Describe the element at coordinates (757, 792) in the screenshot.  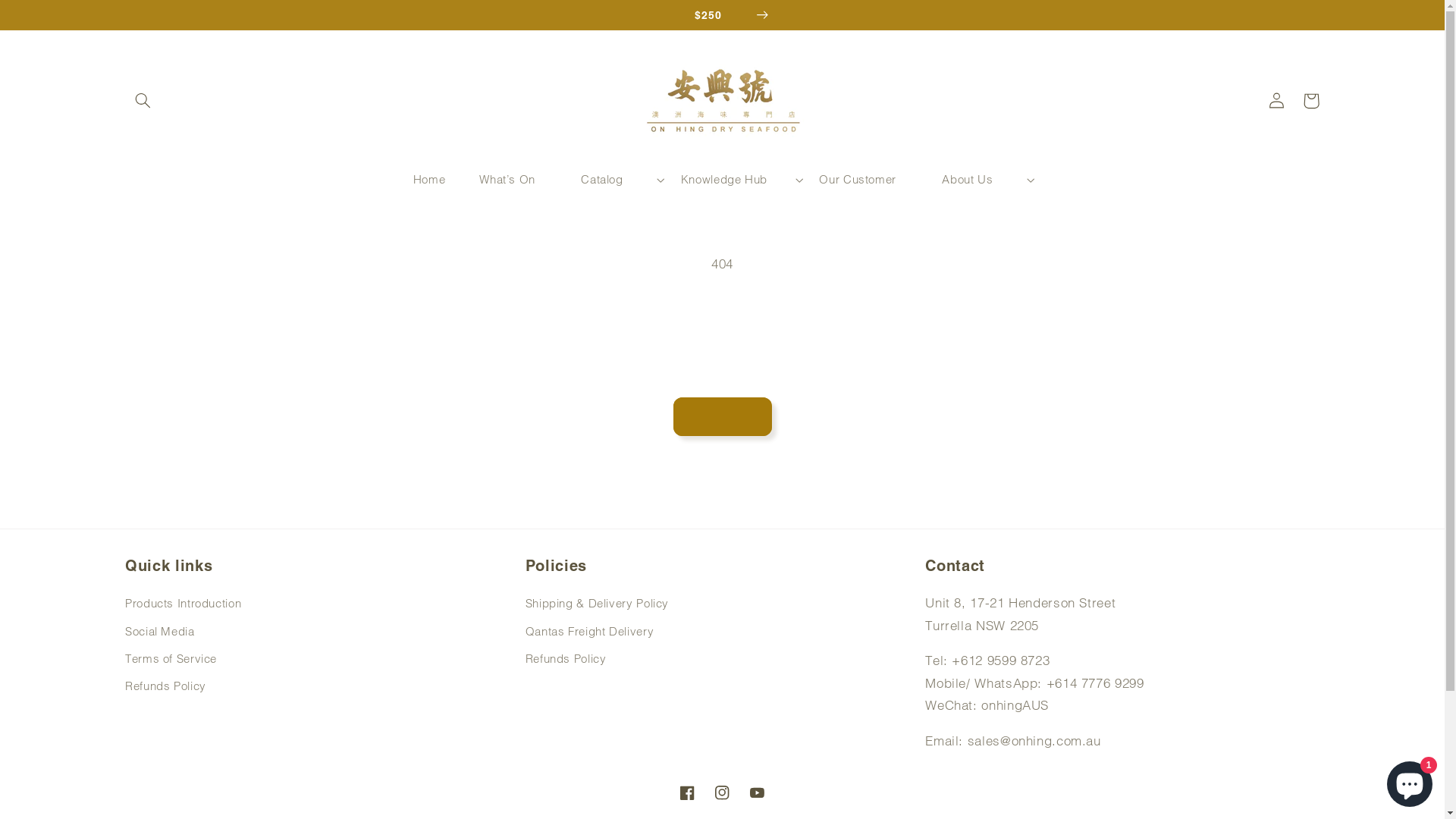
I see `'YouTube'` at that location.